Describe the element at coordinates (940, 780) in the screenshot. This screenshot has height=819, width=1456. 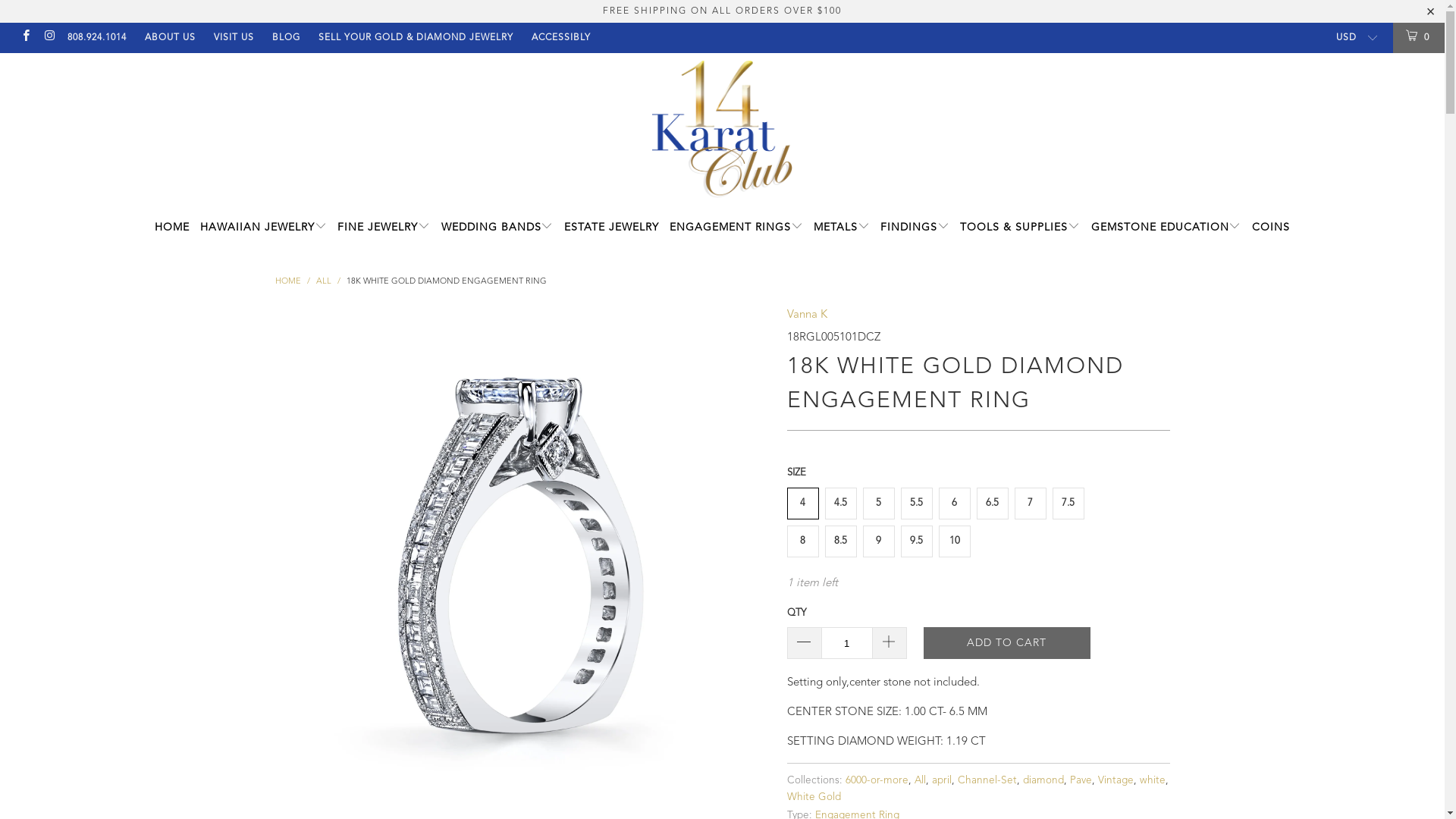
I see `'april'` at that location.